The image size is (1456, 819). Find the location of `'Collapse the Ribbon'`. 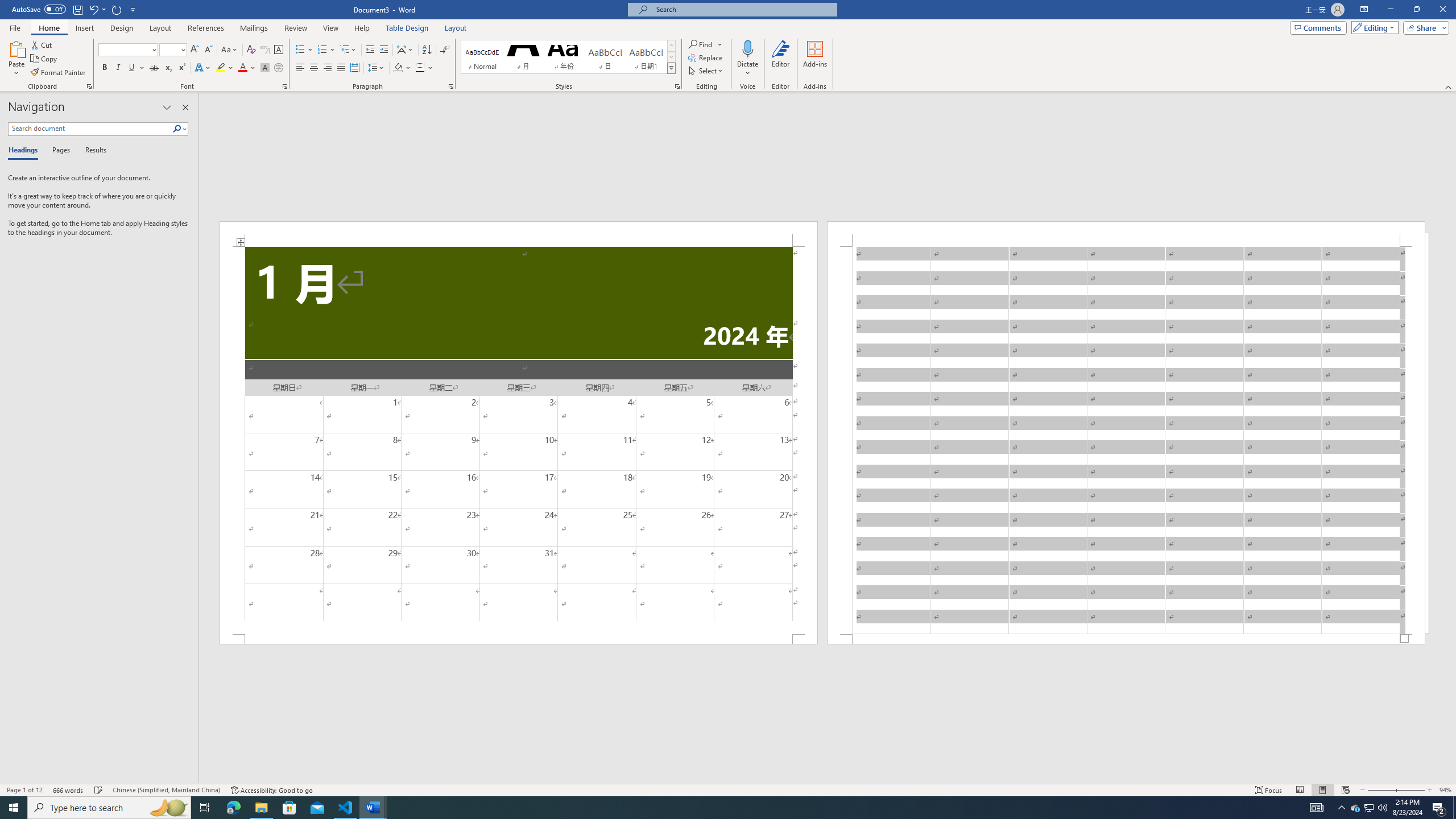

'Collapse the Ribbon' is located at coordinates (1449, 87).